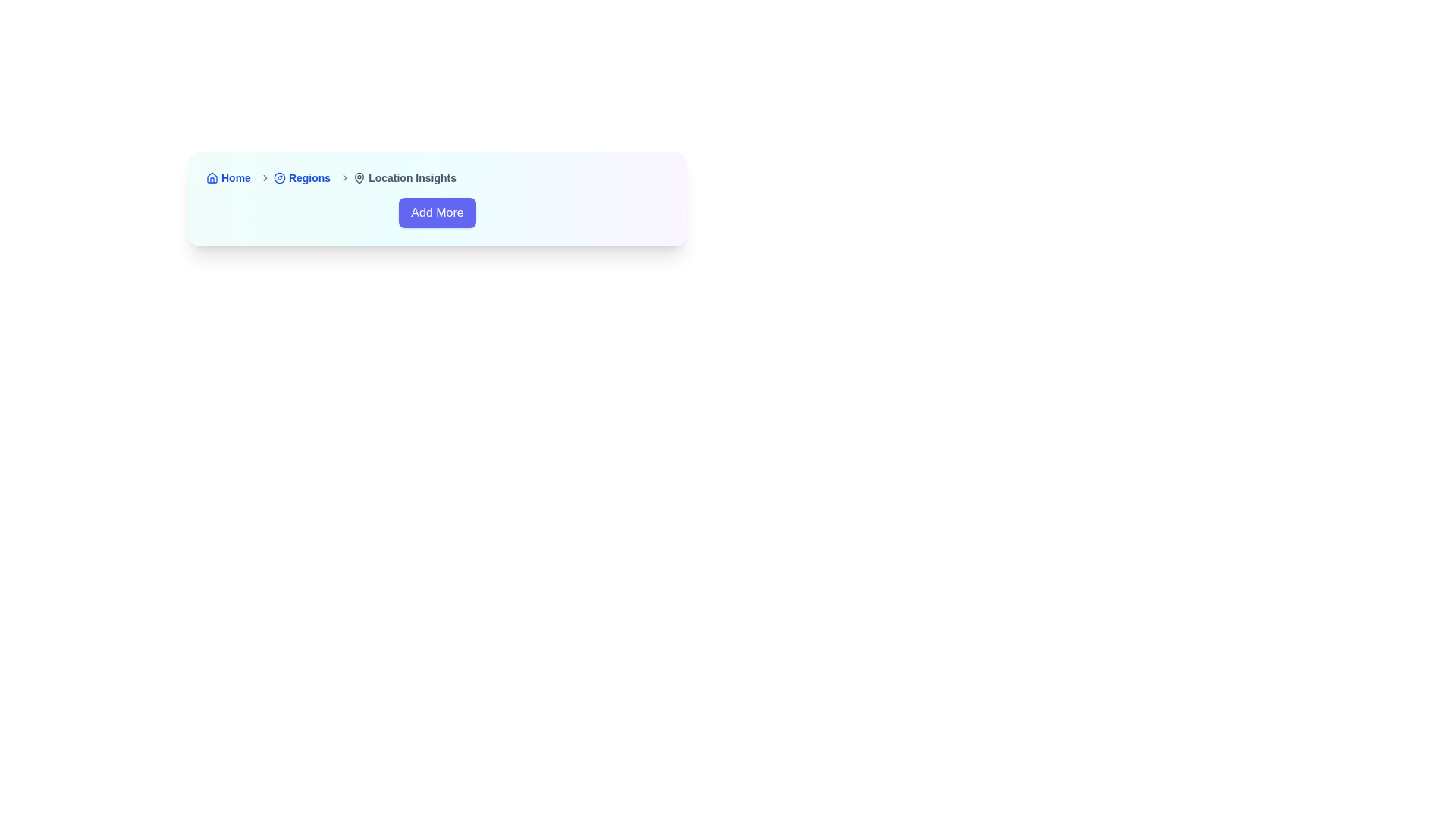 The height and width of the screenshot is (819, 1456). I want to click on the 'Location Insights' breadcrumb label, which is the third item in the breadcrumb navigation bar and is styled in a medium-sized gray font, located to the right of the 'Regions' breadcrumb, so click(405, 177).